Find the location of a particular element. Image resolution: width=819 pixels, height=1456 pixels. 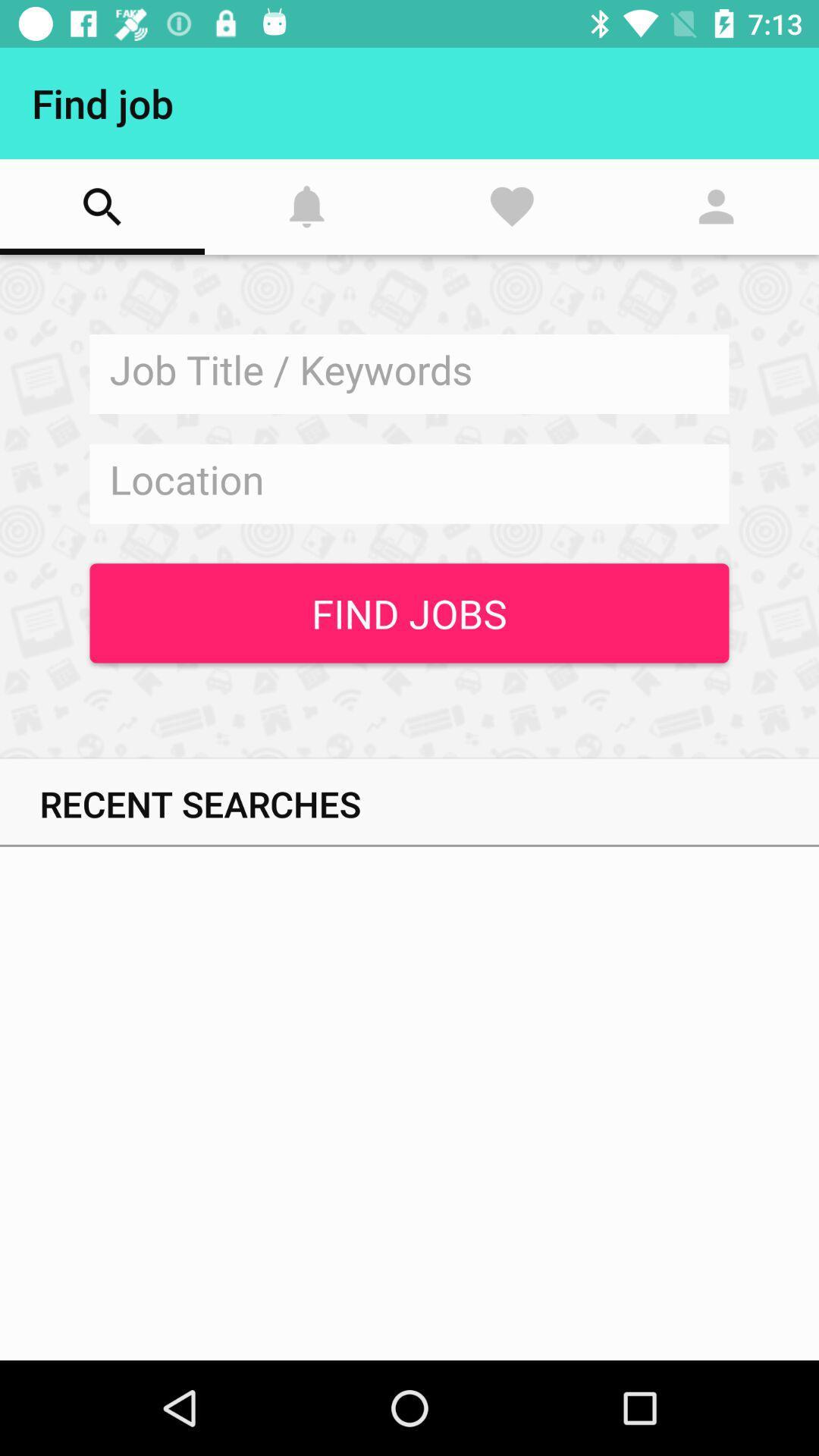

search by job type is located at coordinates (409, 374).